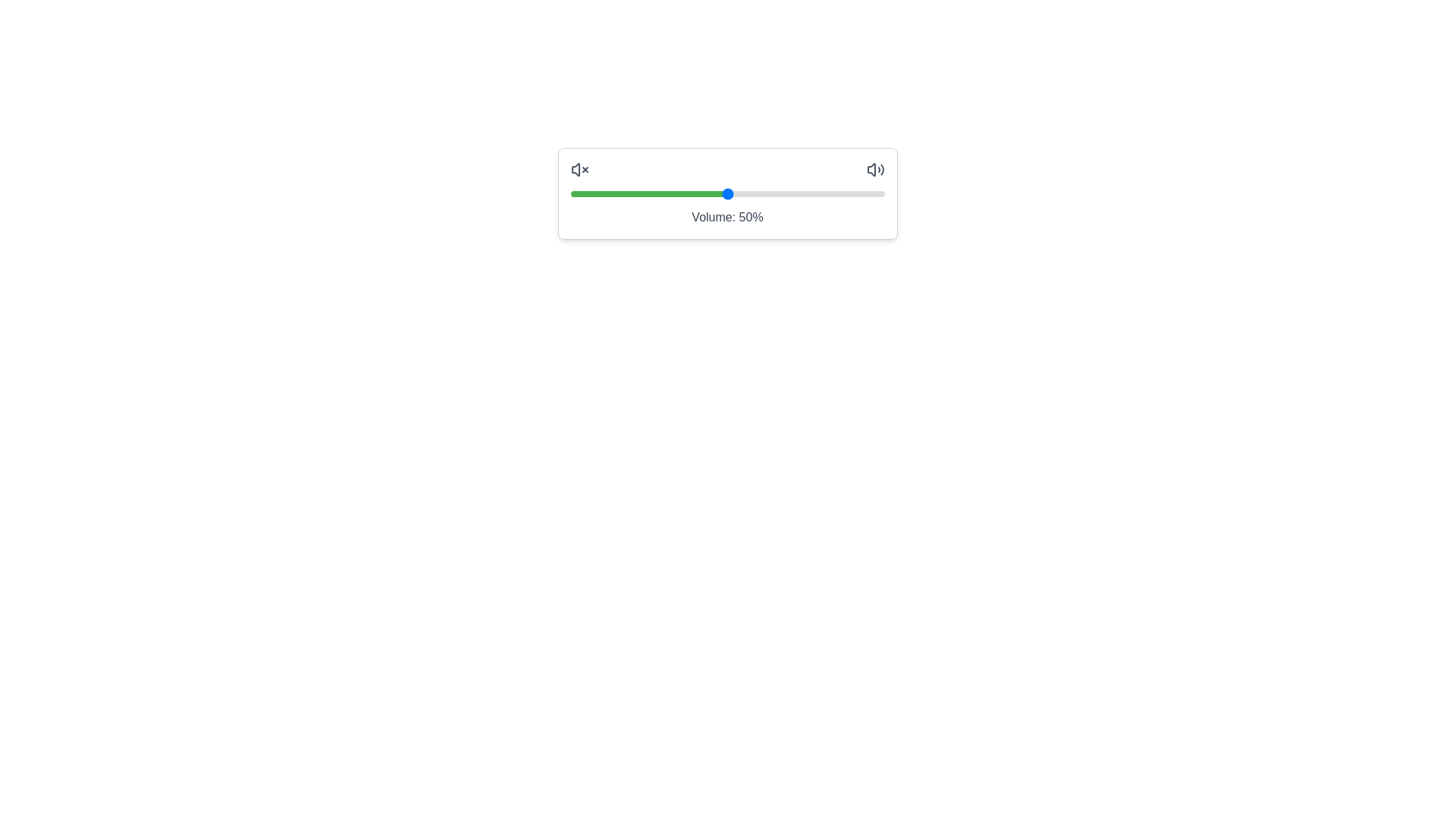  Describe the element at coordinates (871, 169) in the screenshot. I see `the decorative speaker part icon located in the top-right corner of the volume control interface, which is the leftmost part of the speaker icon group` at that location.